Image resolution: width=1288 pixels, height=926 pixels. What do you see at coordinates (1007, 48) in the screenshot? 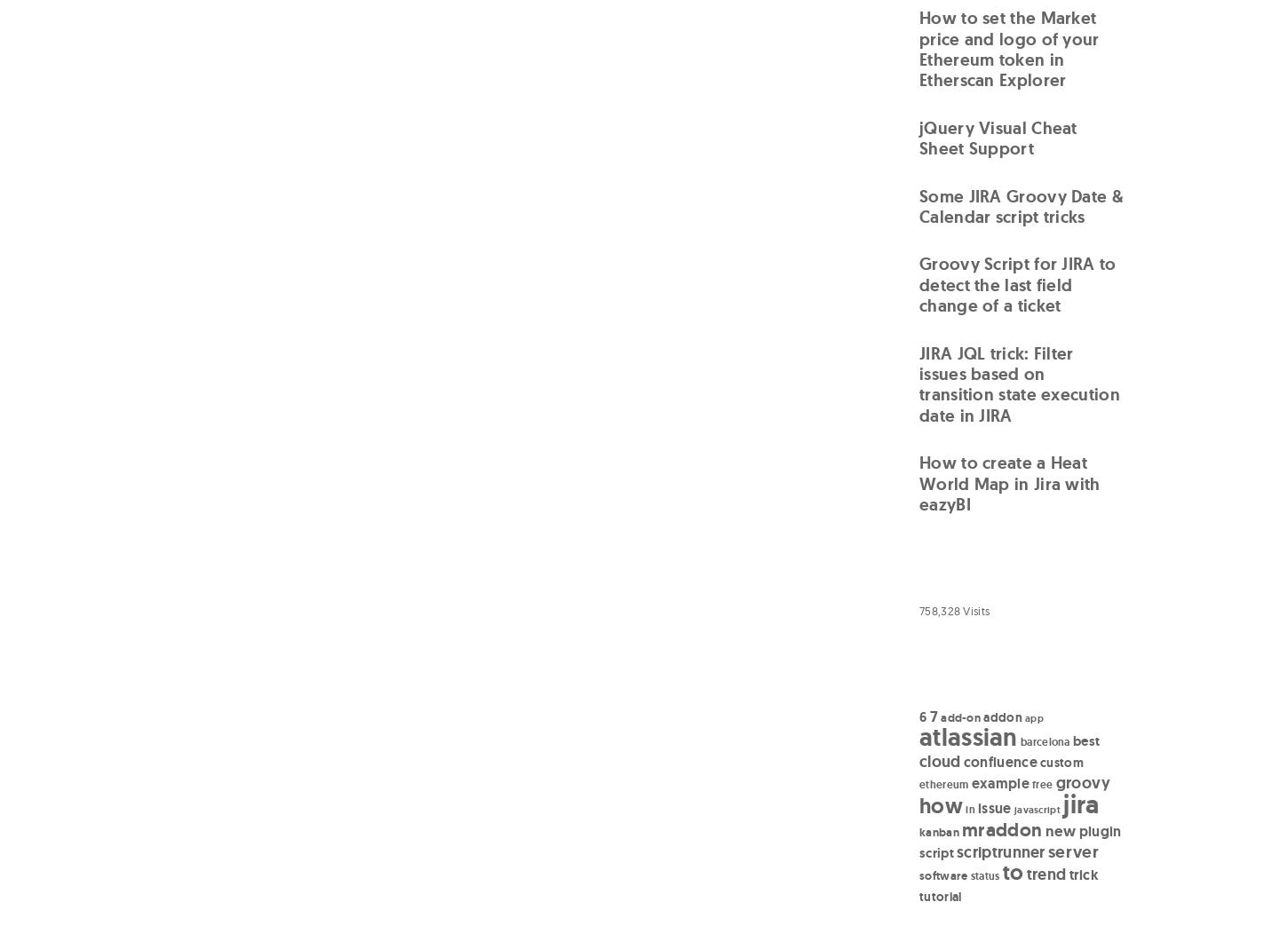
I see `'How to set the Market price and logo of your Ethereum token in Etherscan Explorer'` at bounding box center [1007, 48].